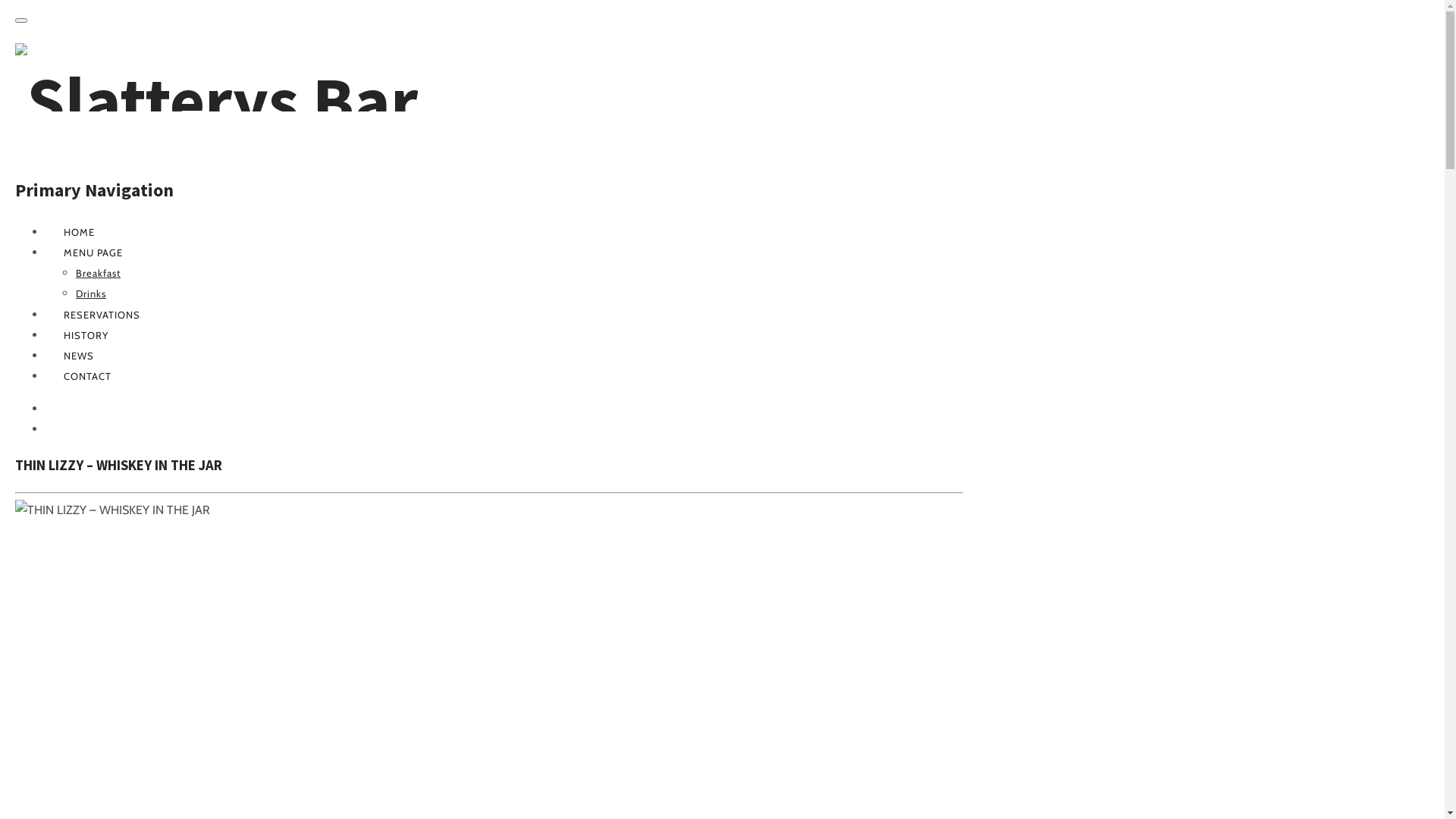 The height and width of the screenshot is (819, 1456). Describe the element at coordinates (97, 271) in the screenshot. I see `'Breakfast'` at that location.